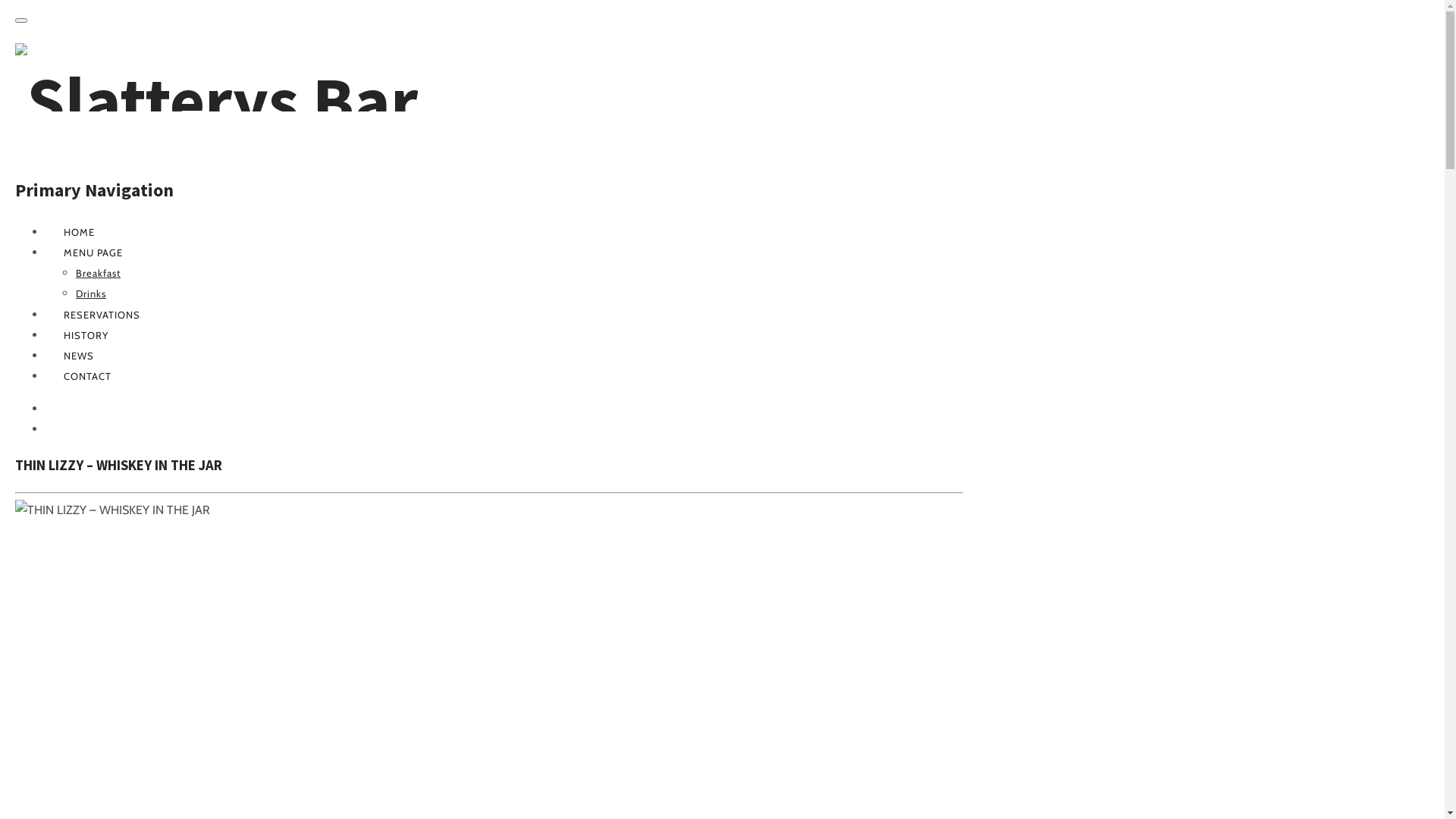 The height and width of the screenshot is (819, 1456). Describe the element at coordinates (97, 271) in the screenshot. I see `'Breakfast'` at that location.